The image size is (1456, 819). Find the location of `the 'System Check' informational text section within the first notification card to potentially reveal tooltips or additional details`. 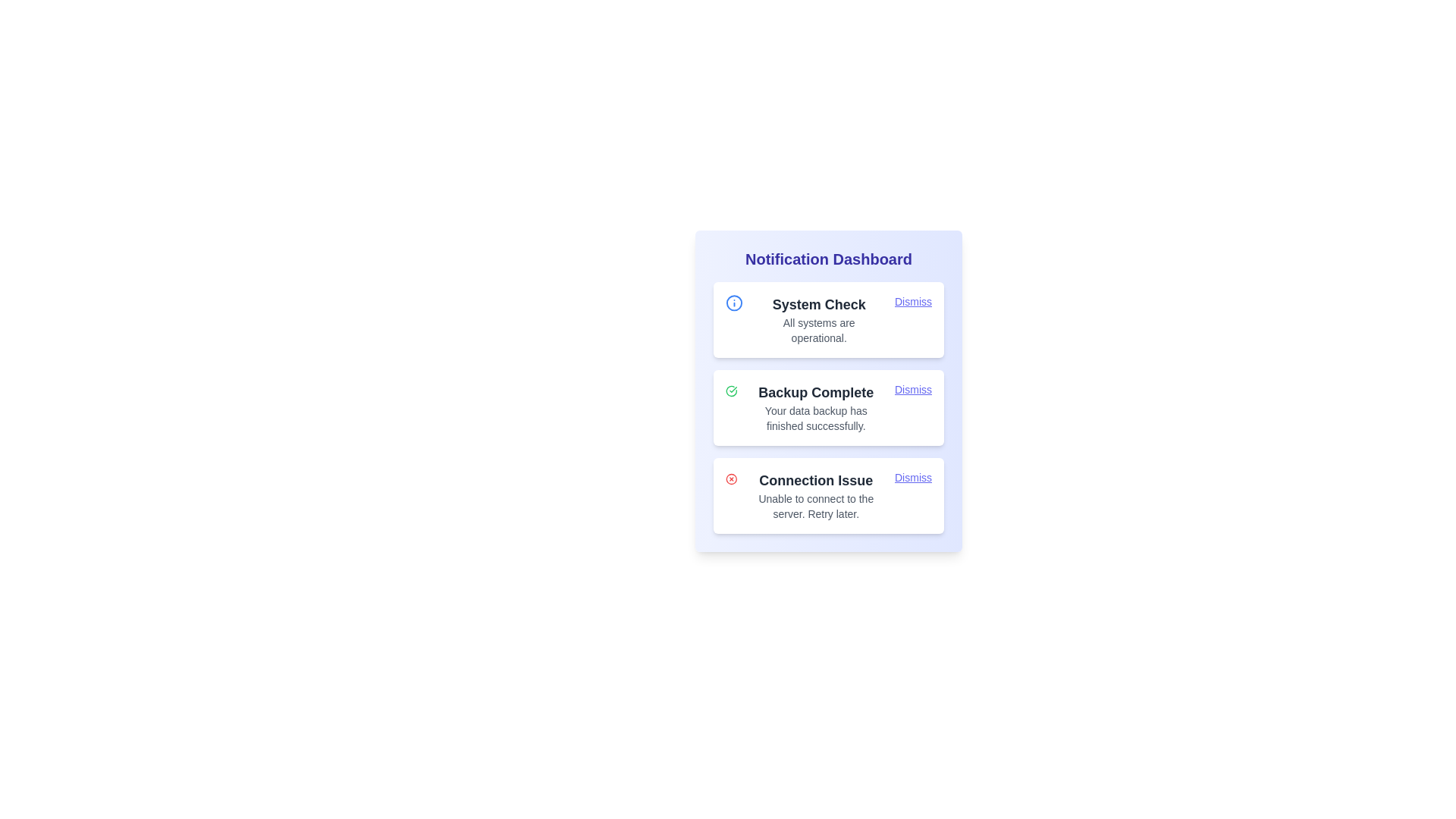

the 'System Check' informational text section within the first notification card to potentially reveal tooltips or additional details is located at coordinates (818, 318).